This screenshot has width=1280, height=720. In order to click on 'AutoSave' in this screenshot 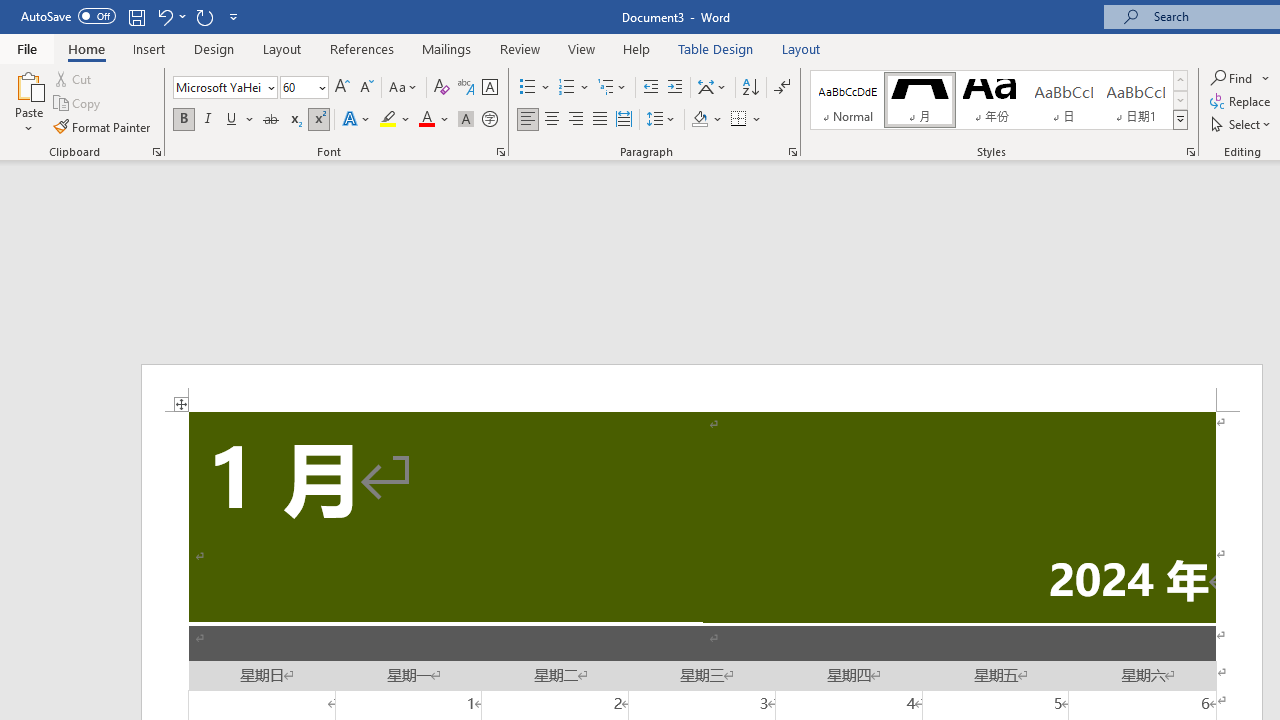, I will do `click(68, 16)`.